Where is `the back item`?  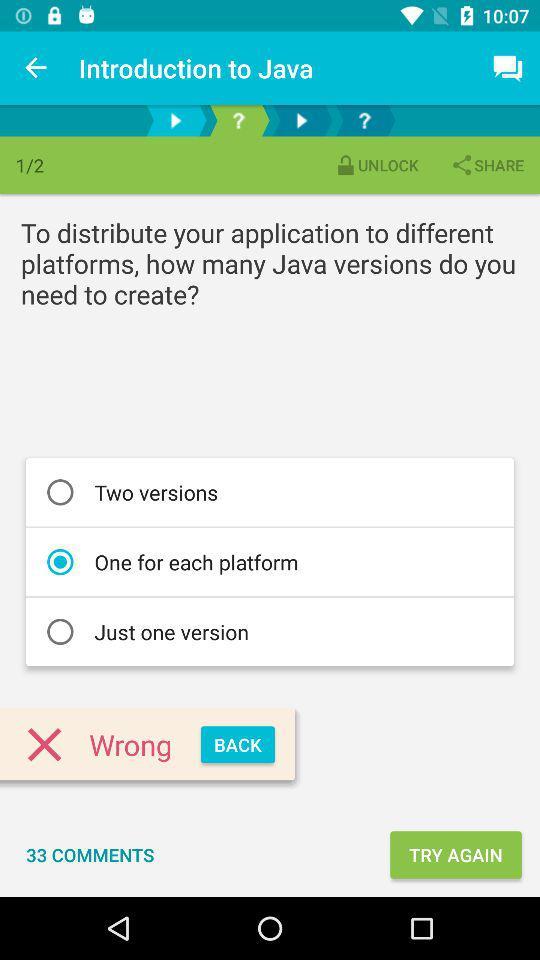 the back item is located at coordinates (237, 743).